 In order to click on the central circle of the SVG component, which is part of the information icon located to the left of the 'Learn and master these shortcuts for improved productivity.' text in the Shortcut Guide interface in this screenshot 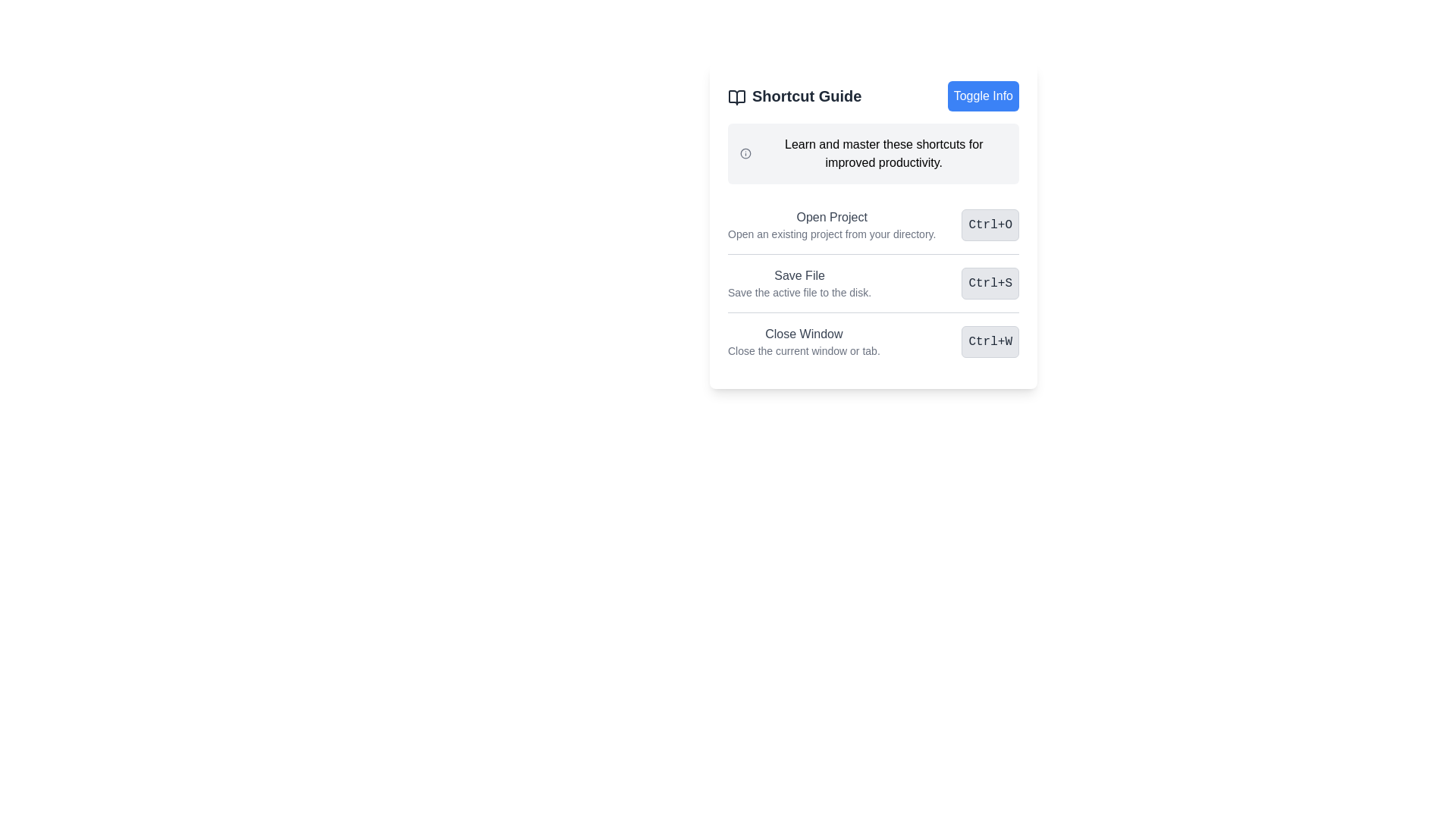, I will do `click(745, 154)`.